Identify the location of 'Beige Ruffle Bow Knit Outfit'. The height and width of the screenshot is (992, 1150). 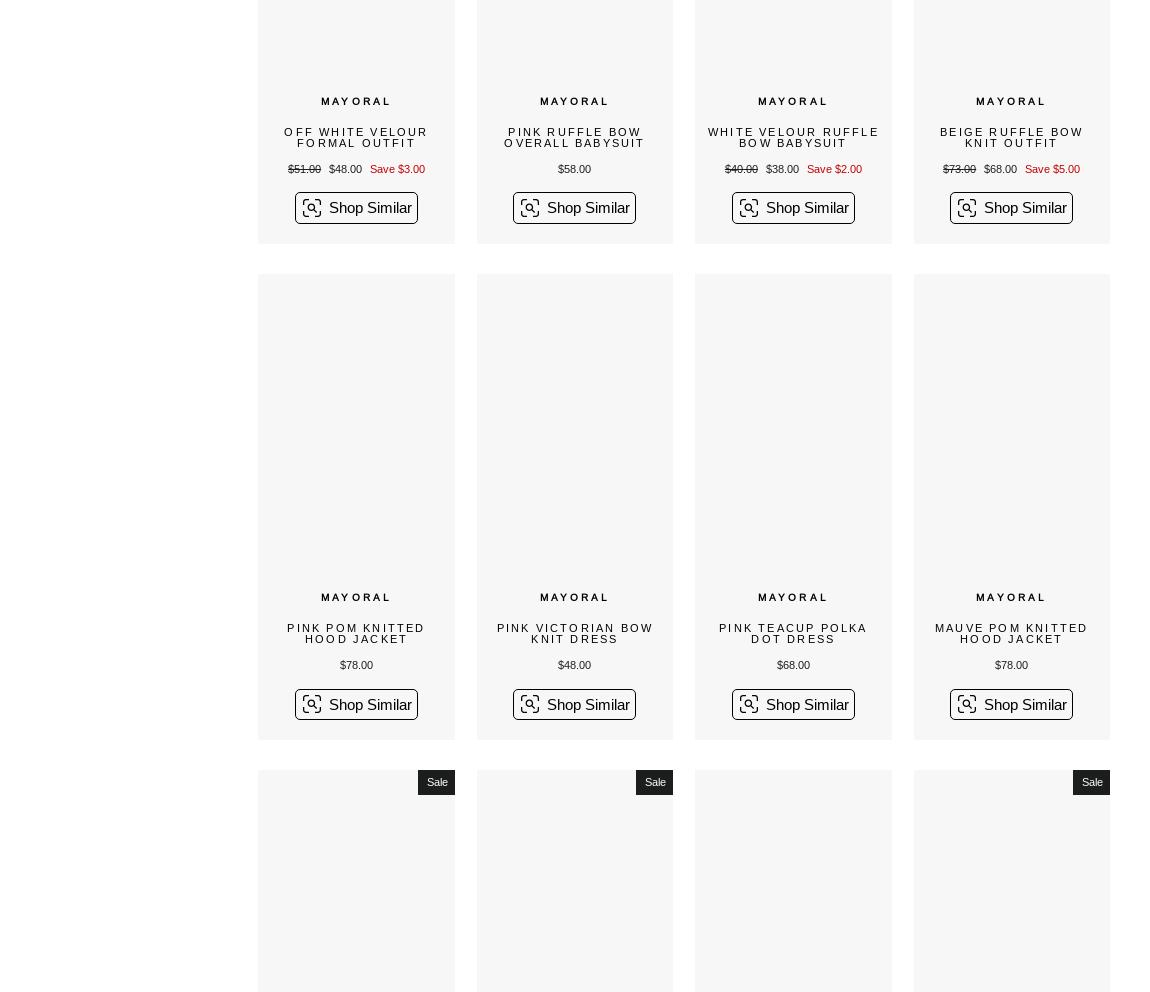
(1011, 136).